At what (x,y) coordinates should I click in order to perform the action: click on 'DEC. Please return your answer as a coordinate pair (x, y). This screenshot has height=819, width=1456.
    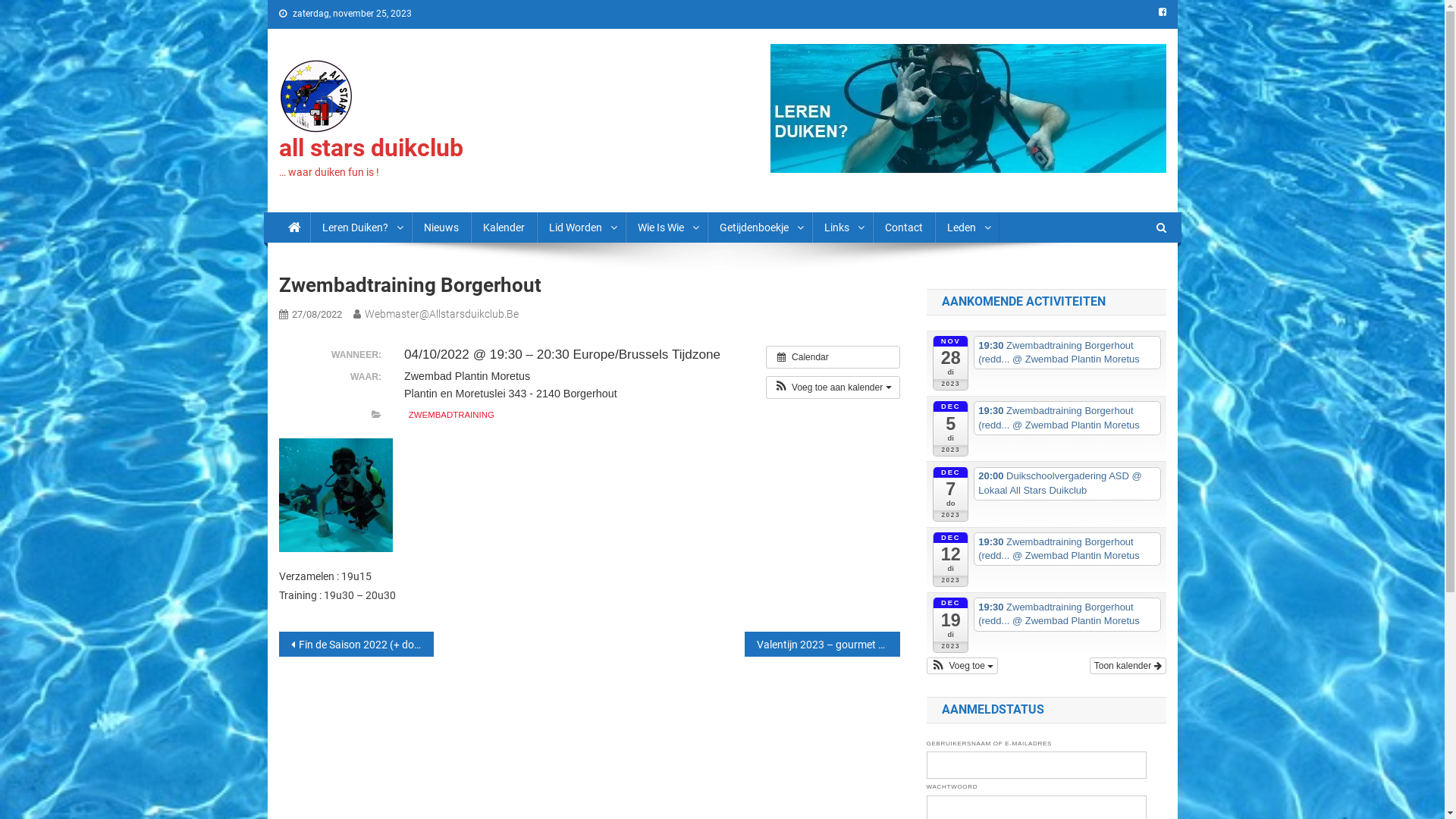
    Looking at the image, I should click on (949, 428).